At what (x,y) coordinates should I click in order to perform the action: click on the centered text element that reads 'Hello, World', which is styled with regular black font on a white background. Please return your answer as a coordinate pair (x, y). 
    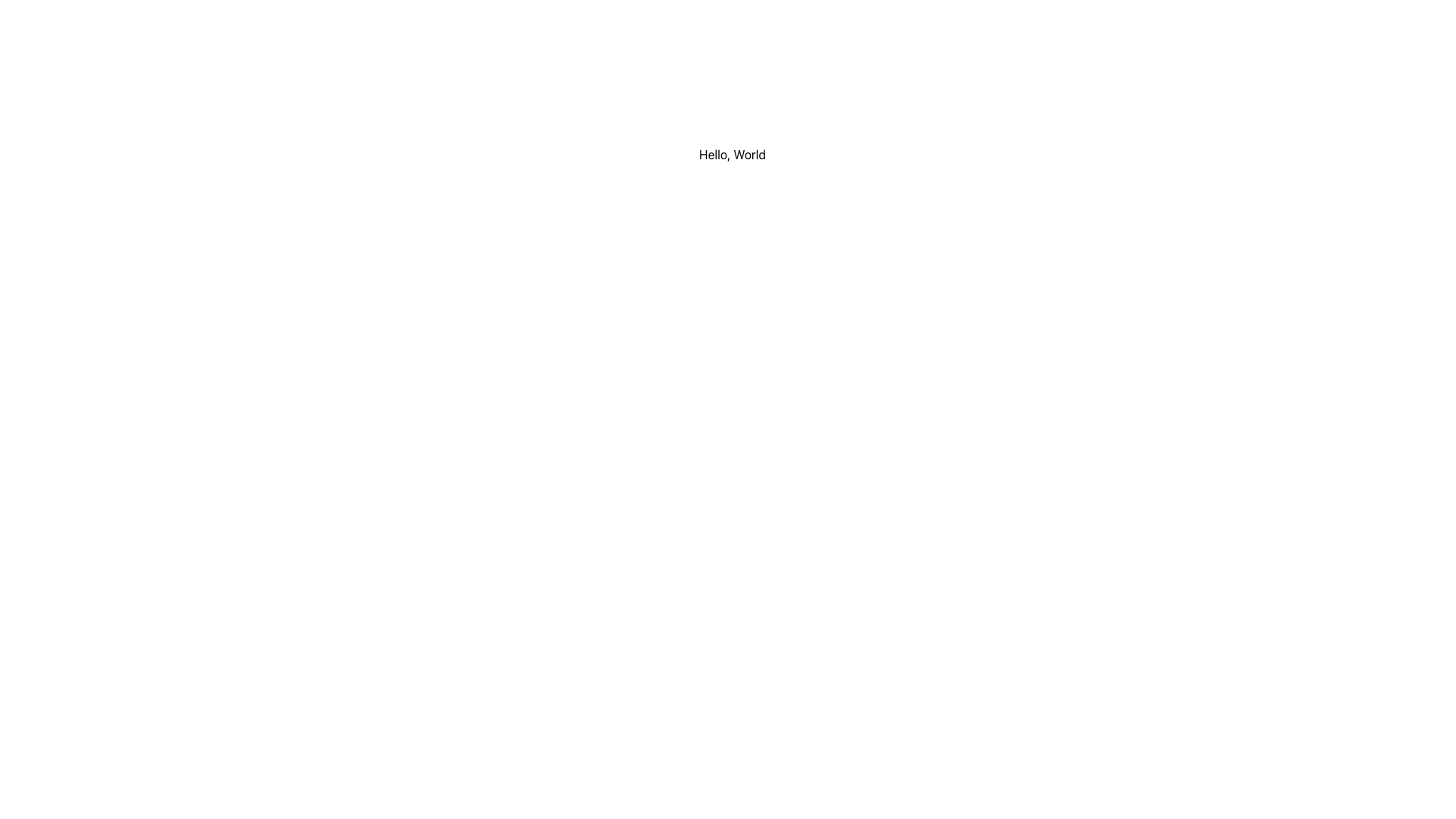
    Looking at the image, I should click on (732, 155).